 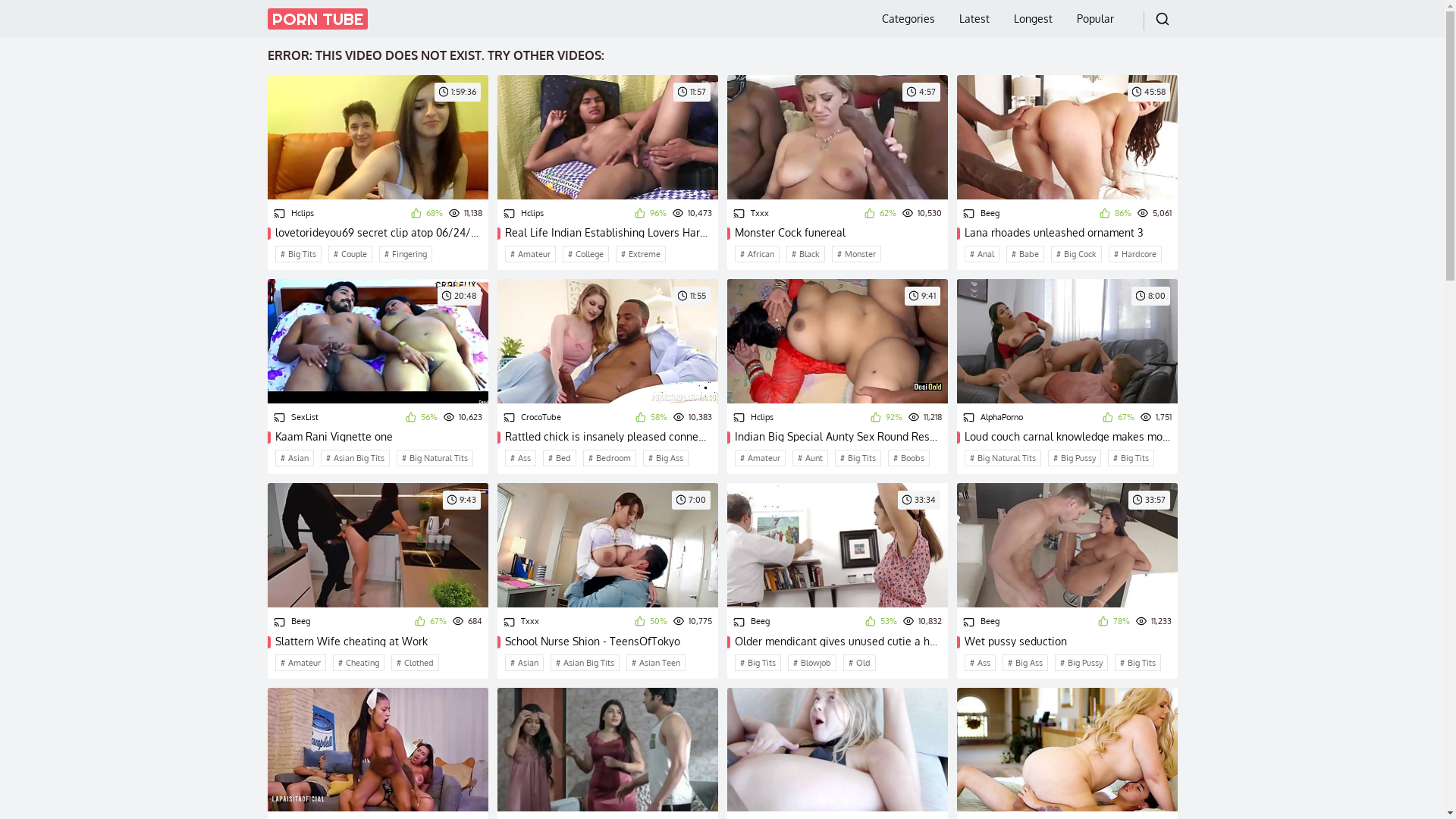 What do you see at coordinates (750, 213) in the screenshot?
I see `'Txxx'` at bounding box center [750, 213].